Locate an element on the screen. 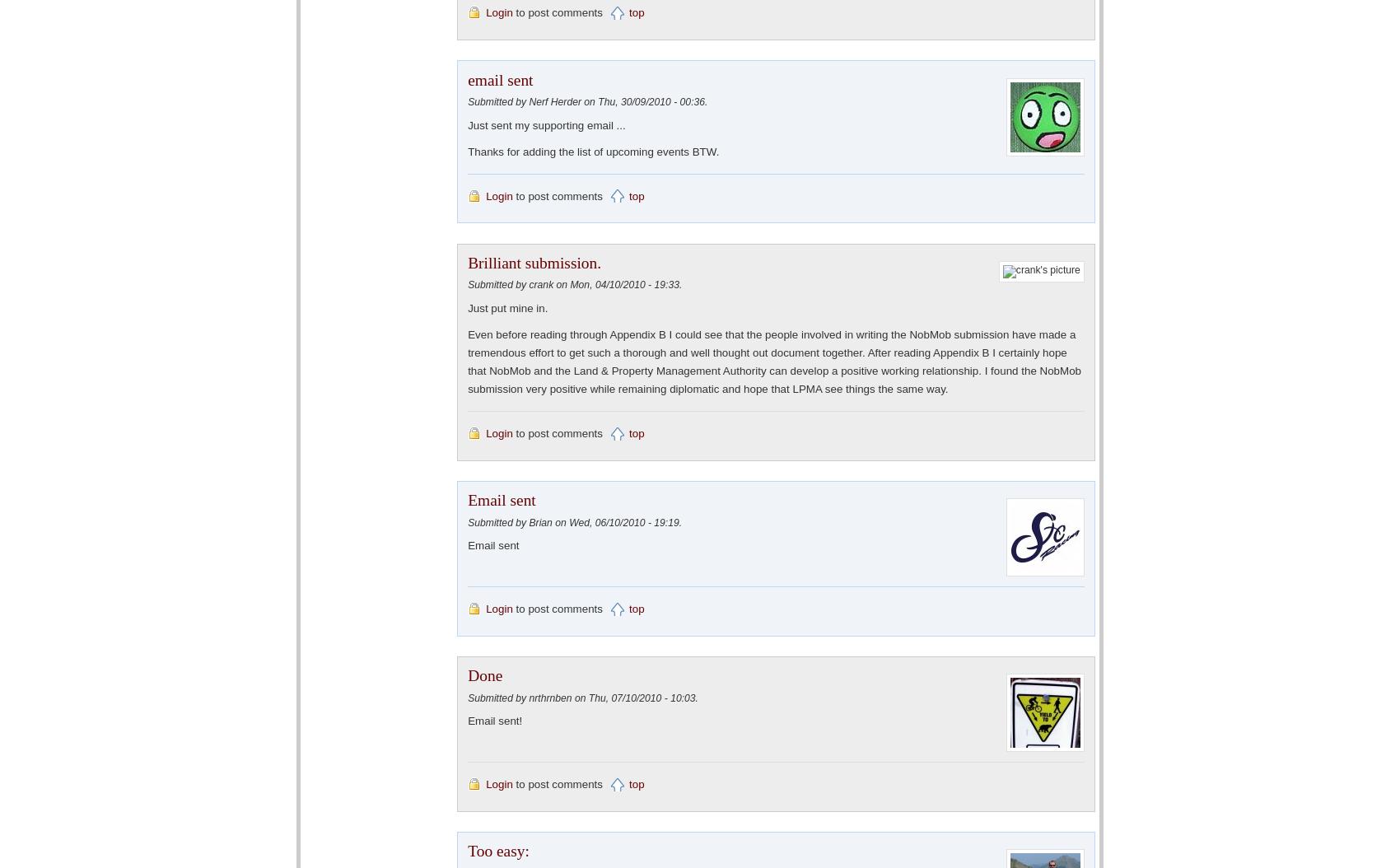  'Submitted by Nerf Herder on Thu, 30/09/2010 - 00:36.' is located at coordinates (466, 101).